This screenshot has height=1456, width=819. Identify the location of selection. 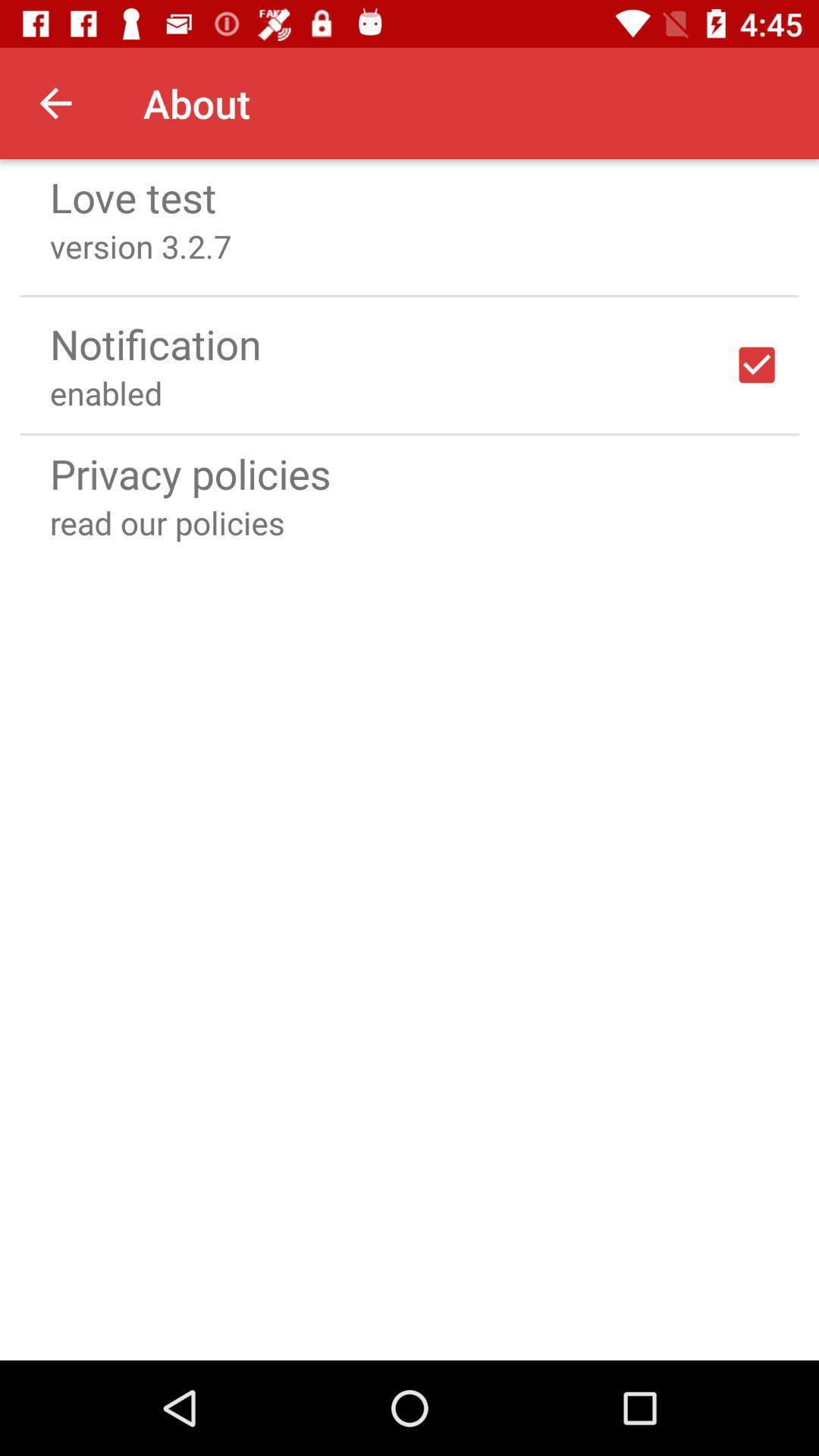
(757, 365).